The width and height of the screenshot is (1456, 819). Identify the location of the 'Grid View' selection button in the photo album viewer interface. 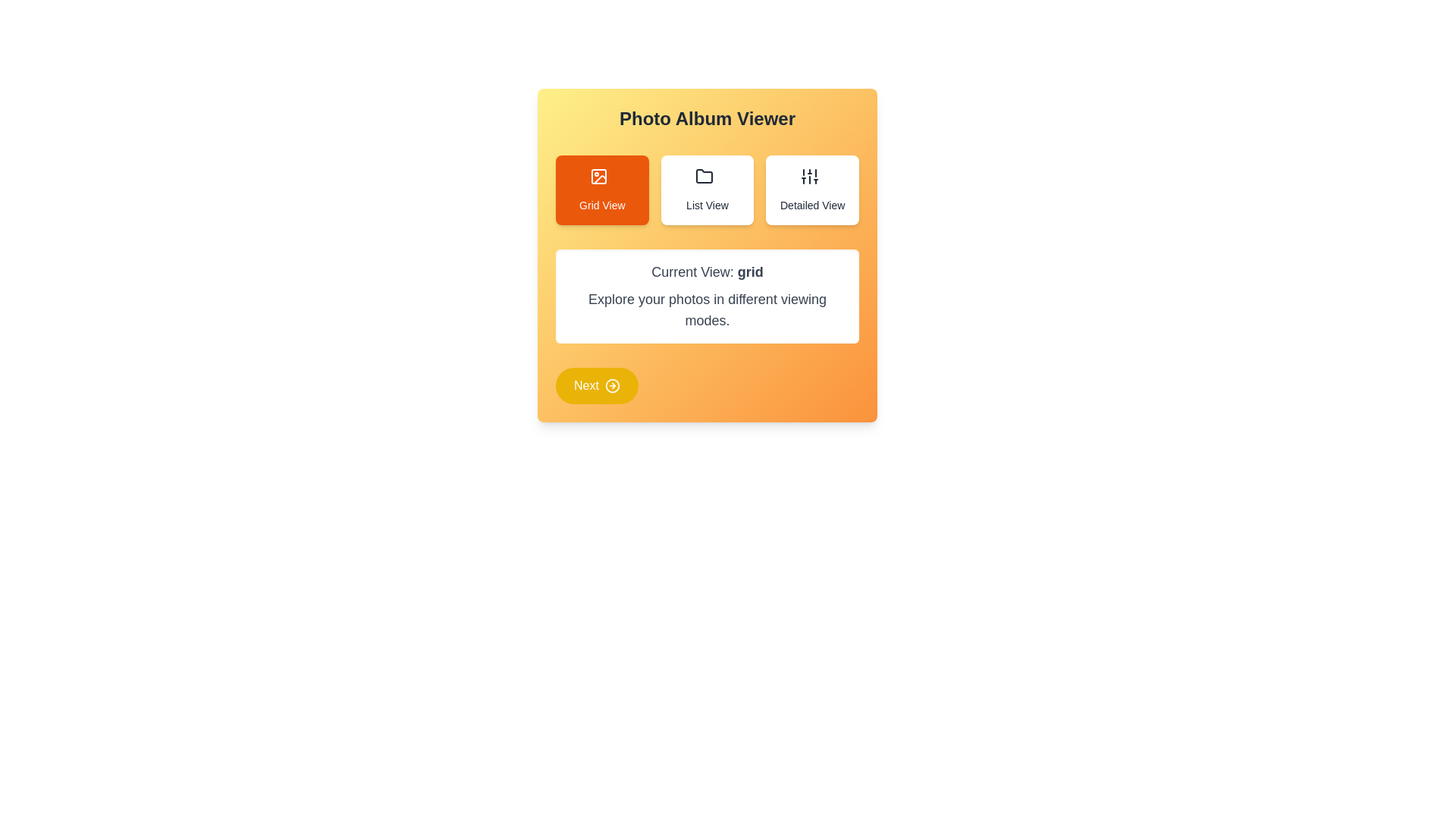
(601, 178).